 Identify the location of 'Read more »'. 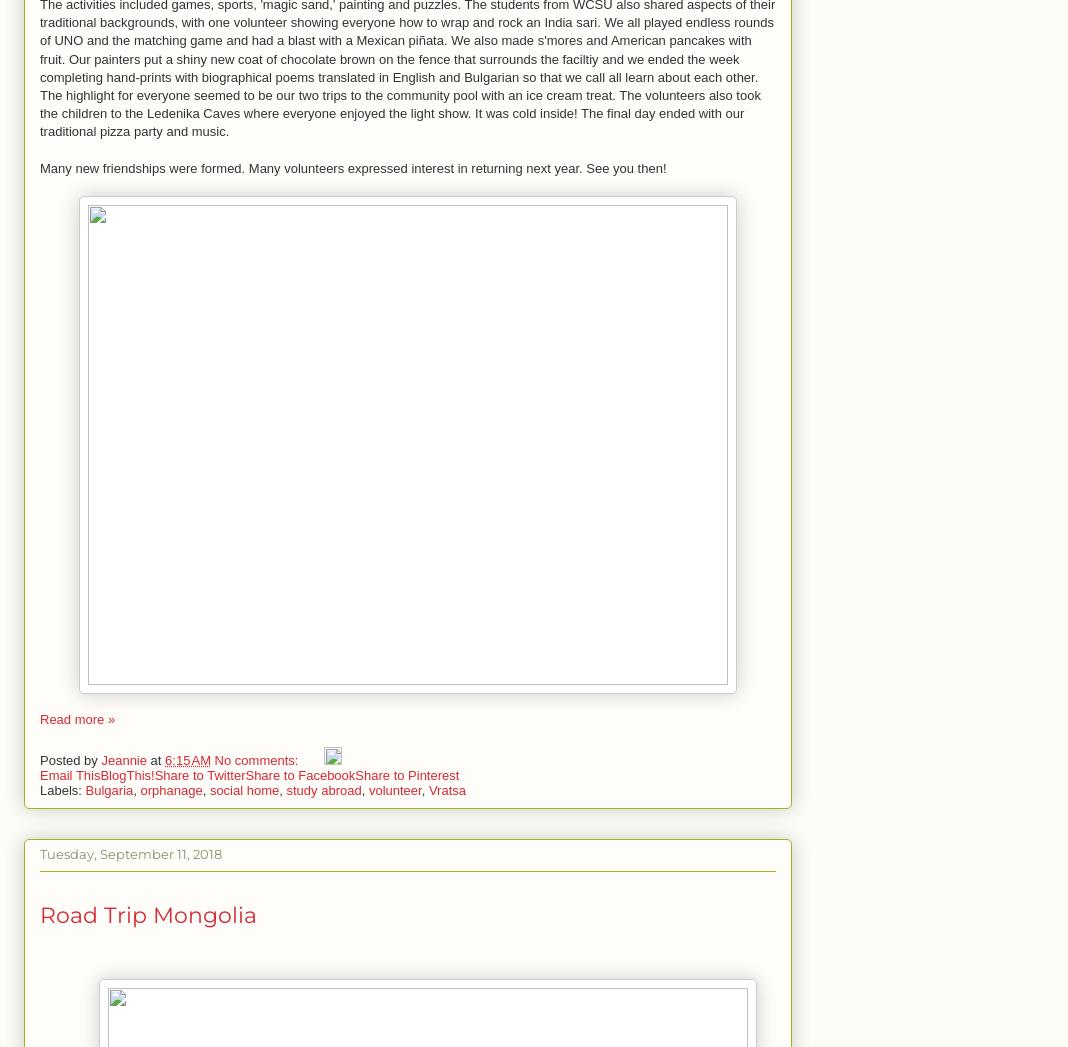
(76, 719).